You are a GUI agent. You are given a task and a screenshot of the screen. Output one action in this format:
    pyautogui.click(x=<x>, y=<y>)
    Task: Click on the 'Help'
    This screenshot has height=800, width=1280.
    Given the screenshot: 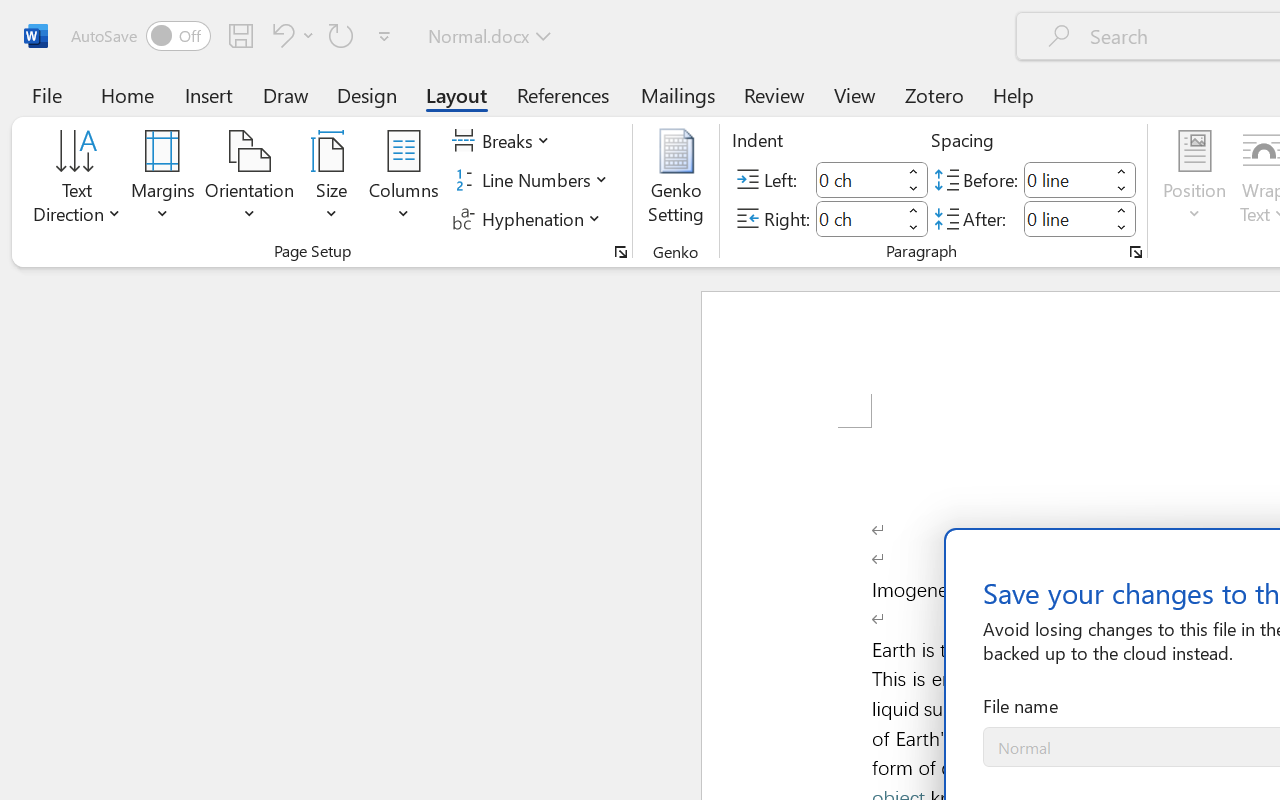 What is the action you would take?
    pyautogui.click(x=1013, y=94)
    